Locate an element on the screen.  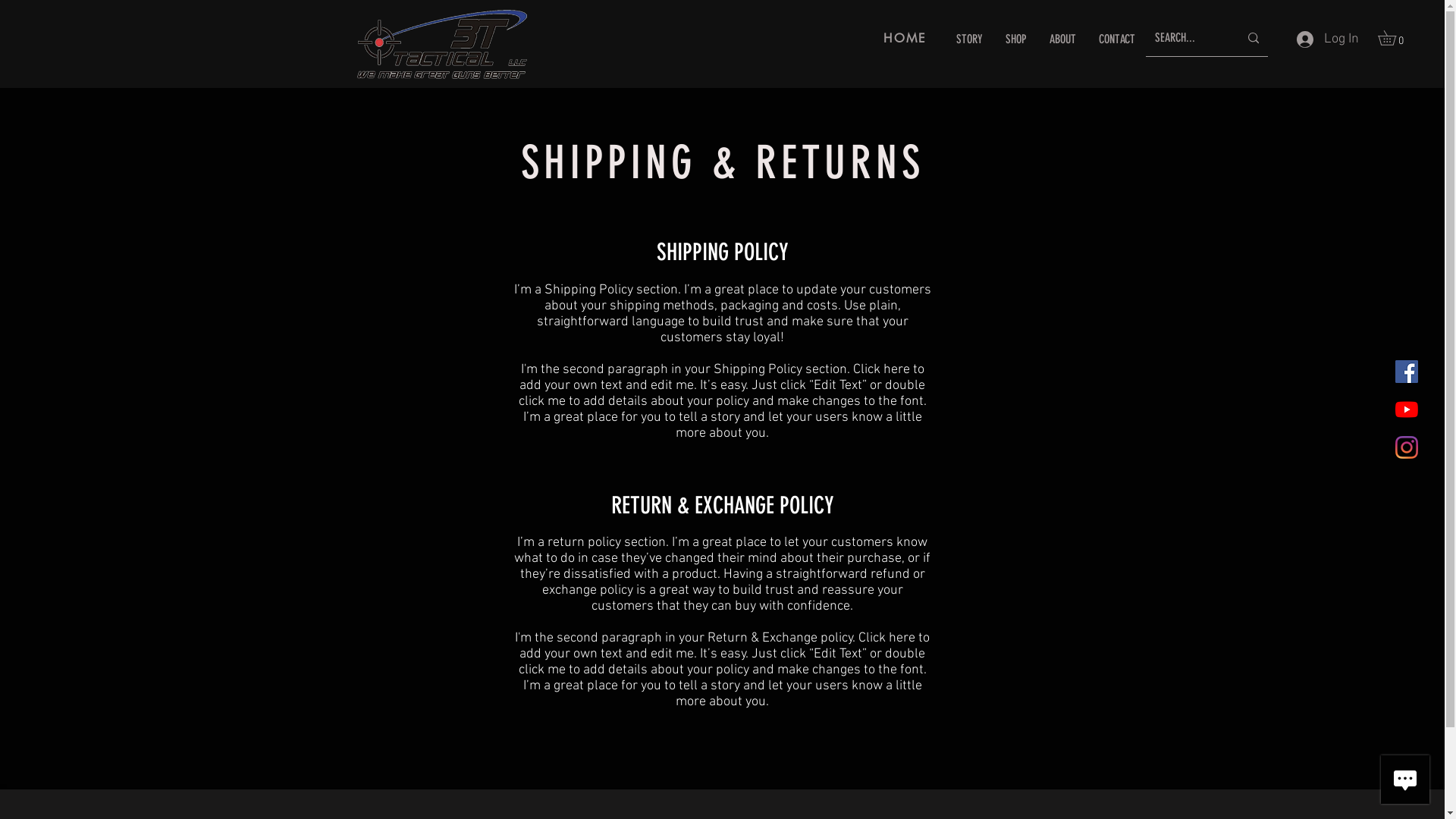
'HOME' is located at coordinates (905, 37).